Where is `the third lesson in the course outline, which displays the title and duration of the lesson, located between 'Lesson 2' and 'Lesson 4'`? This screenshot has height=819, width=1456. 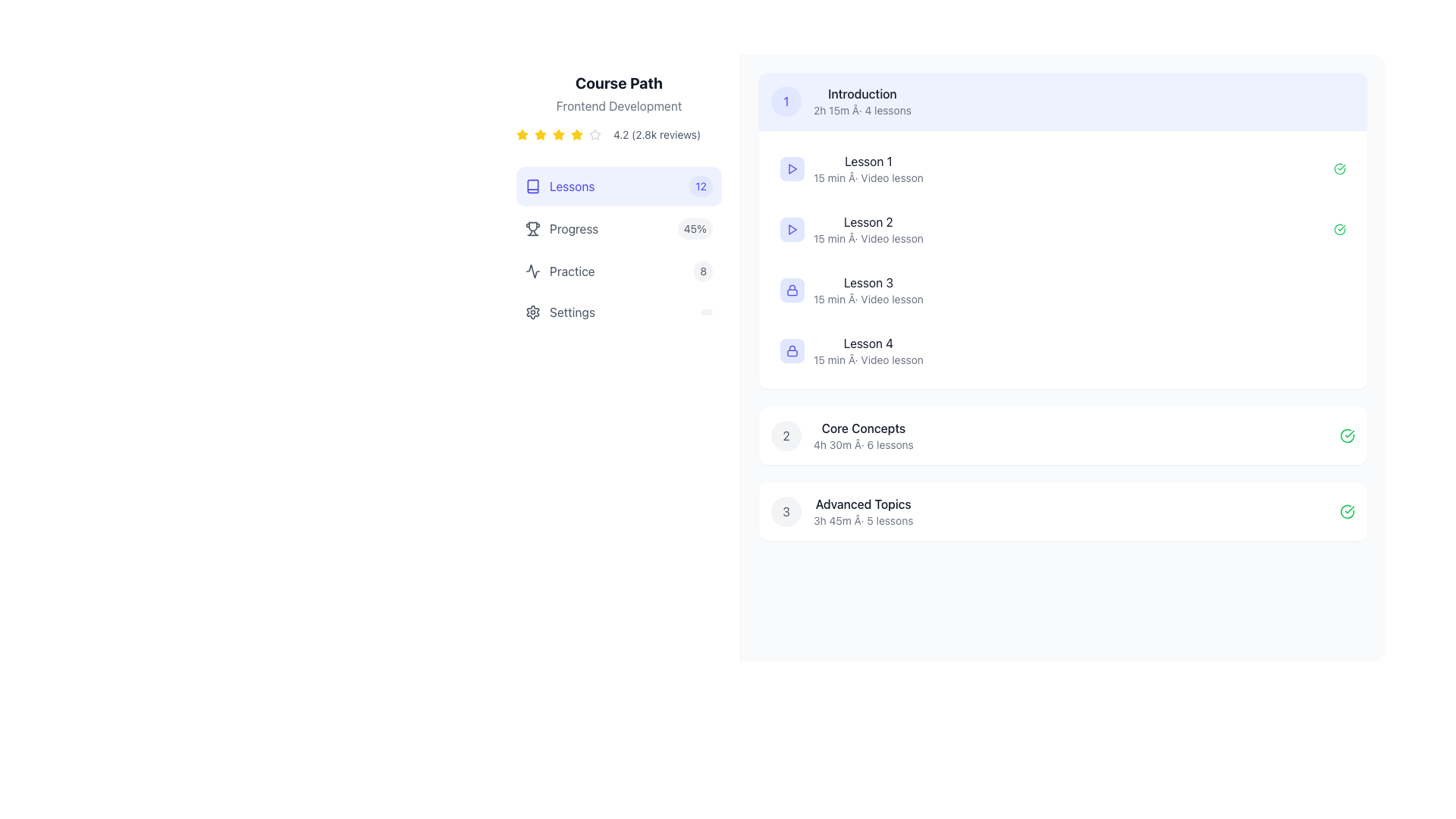 the third lesson in the course outline, which displays the title and duration of the lesson, located between 'Lesson 2' and 'Lesson 4' is located at coordinates (868, 290).